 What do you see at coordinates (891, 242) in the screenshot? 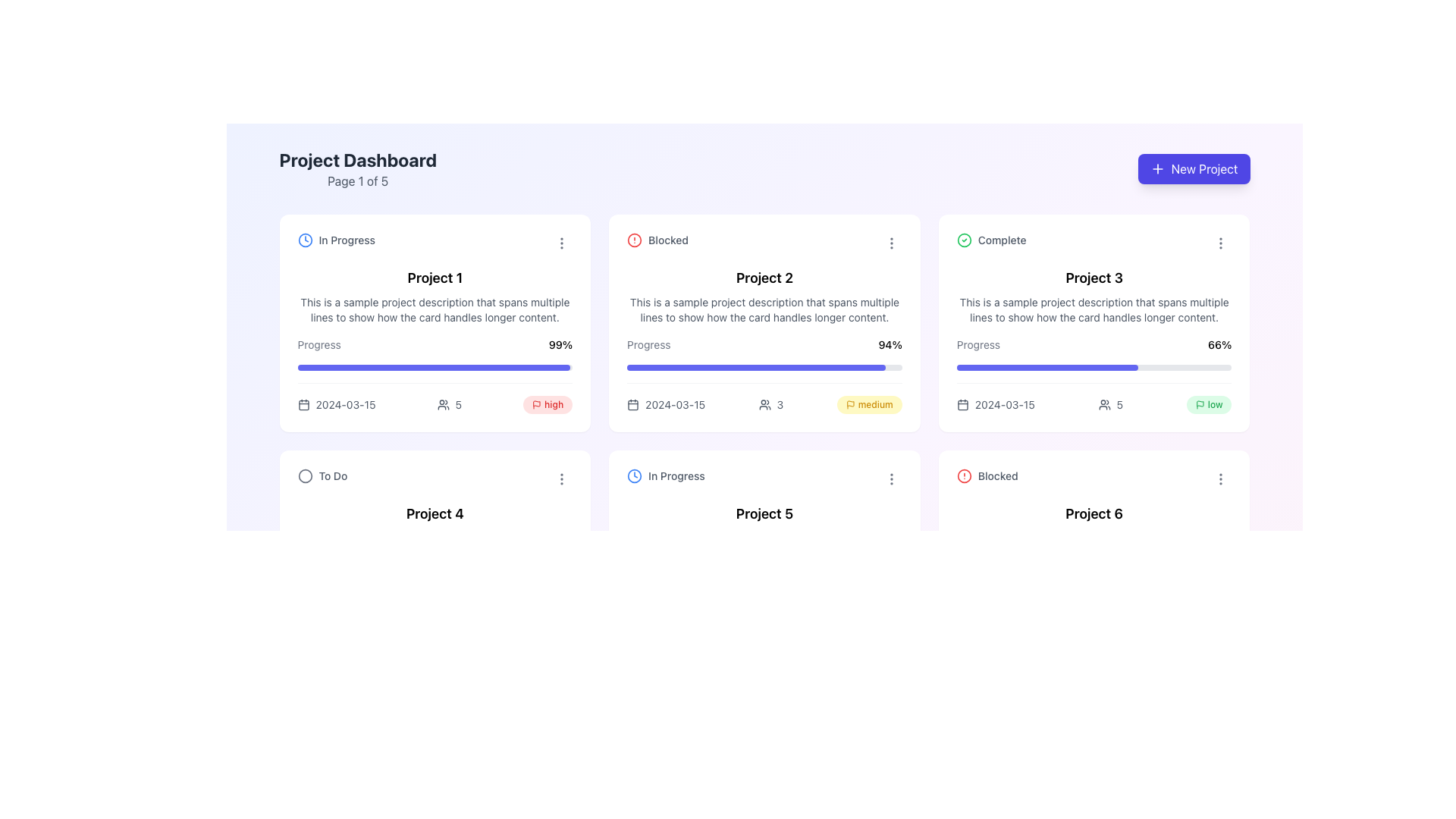
I see `the circular button with a vertical ellipsis icon located at the top-right corner of the 'Project 2' card` at bounding box center [891, 242].